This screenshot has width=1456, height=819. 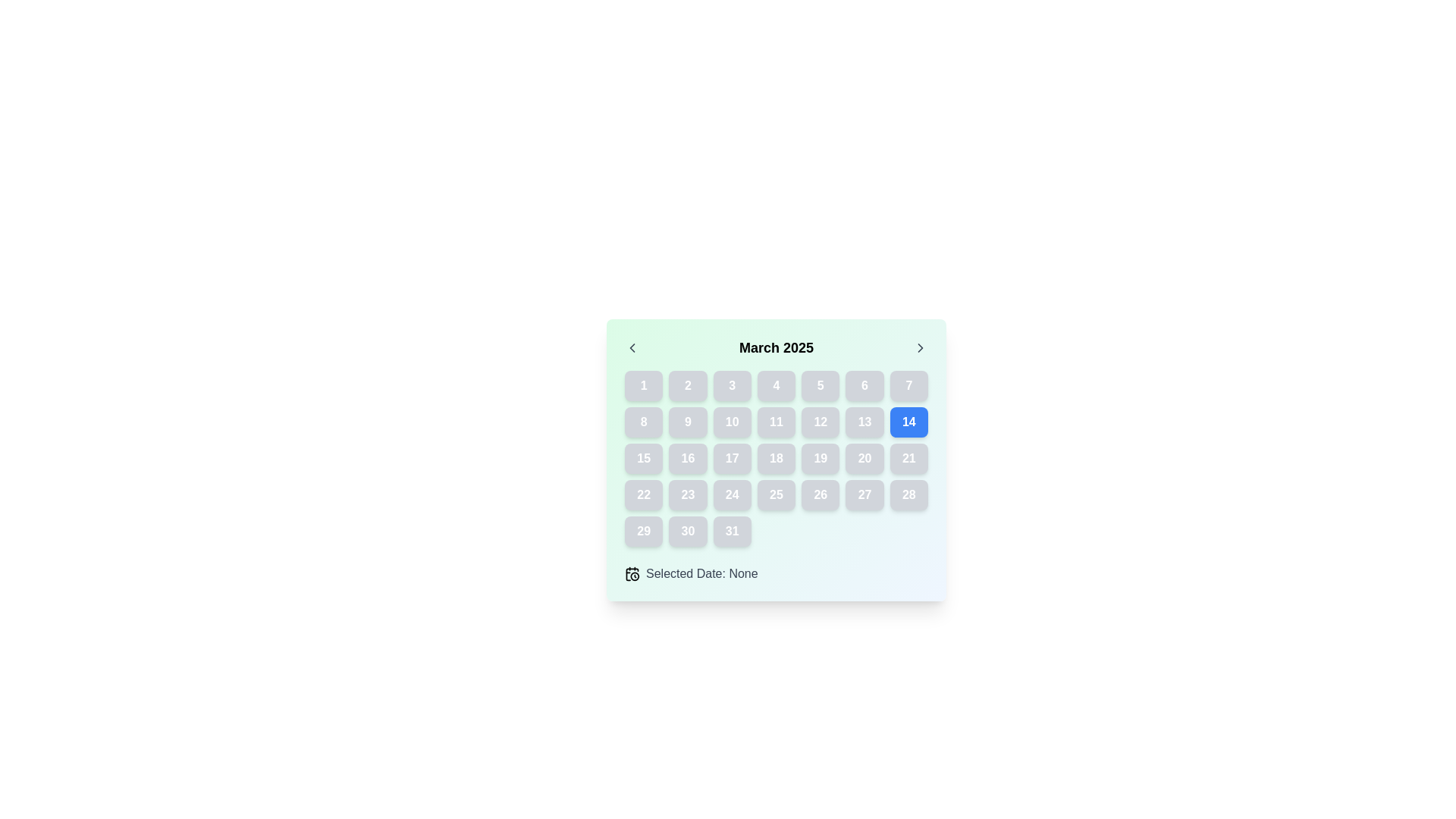 I want to click on the left-pointing chevron button located in the upper-left section of the calendar interface, so click(x=632, y=348).